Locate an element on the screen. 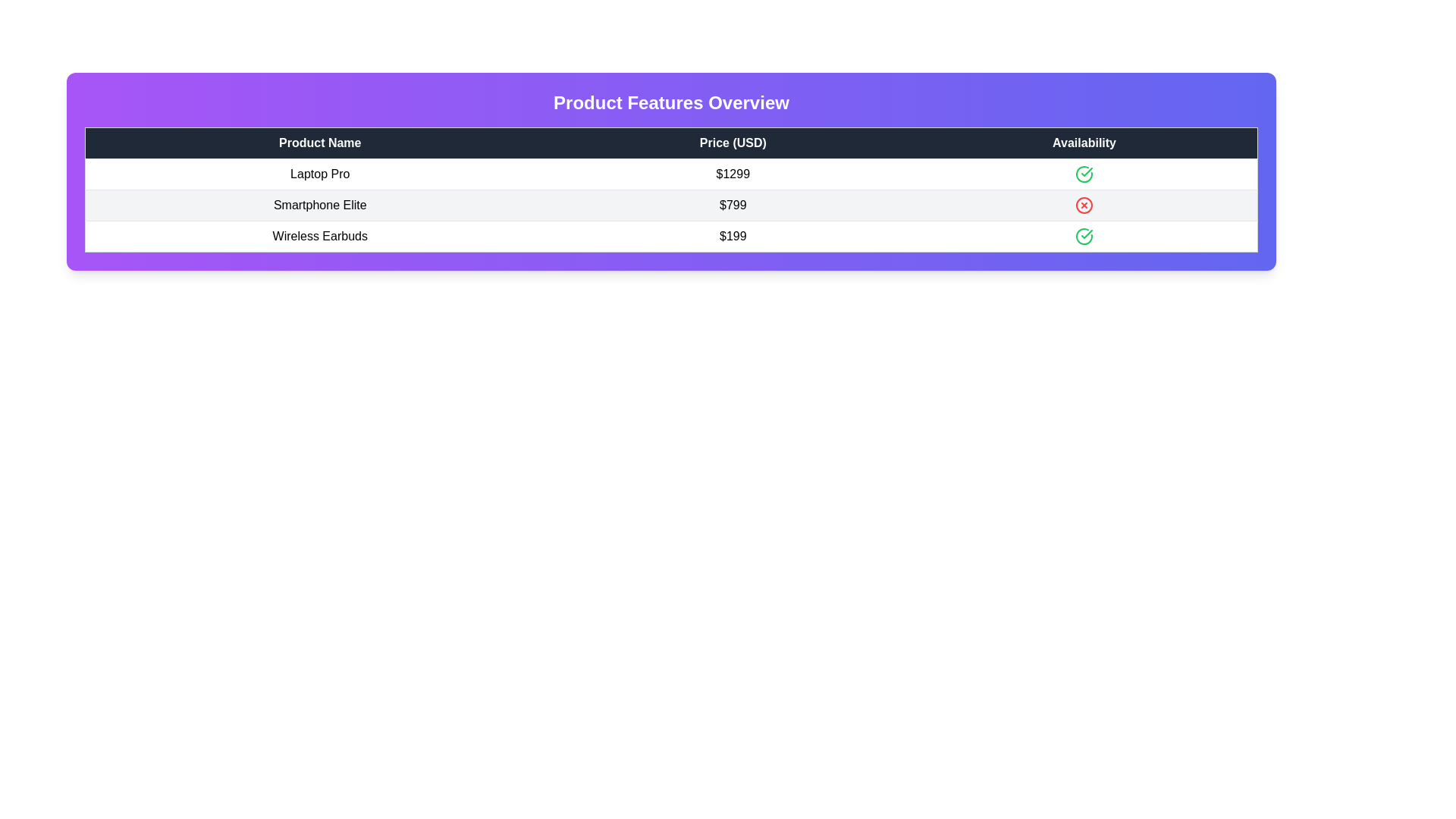  text of the static label indicating the product name located in the first row under the 'Product Name' column of the table is located at coordinates (319, 174).